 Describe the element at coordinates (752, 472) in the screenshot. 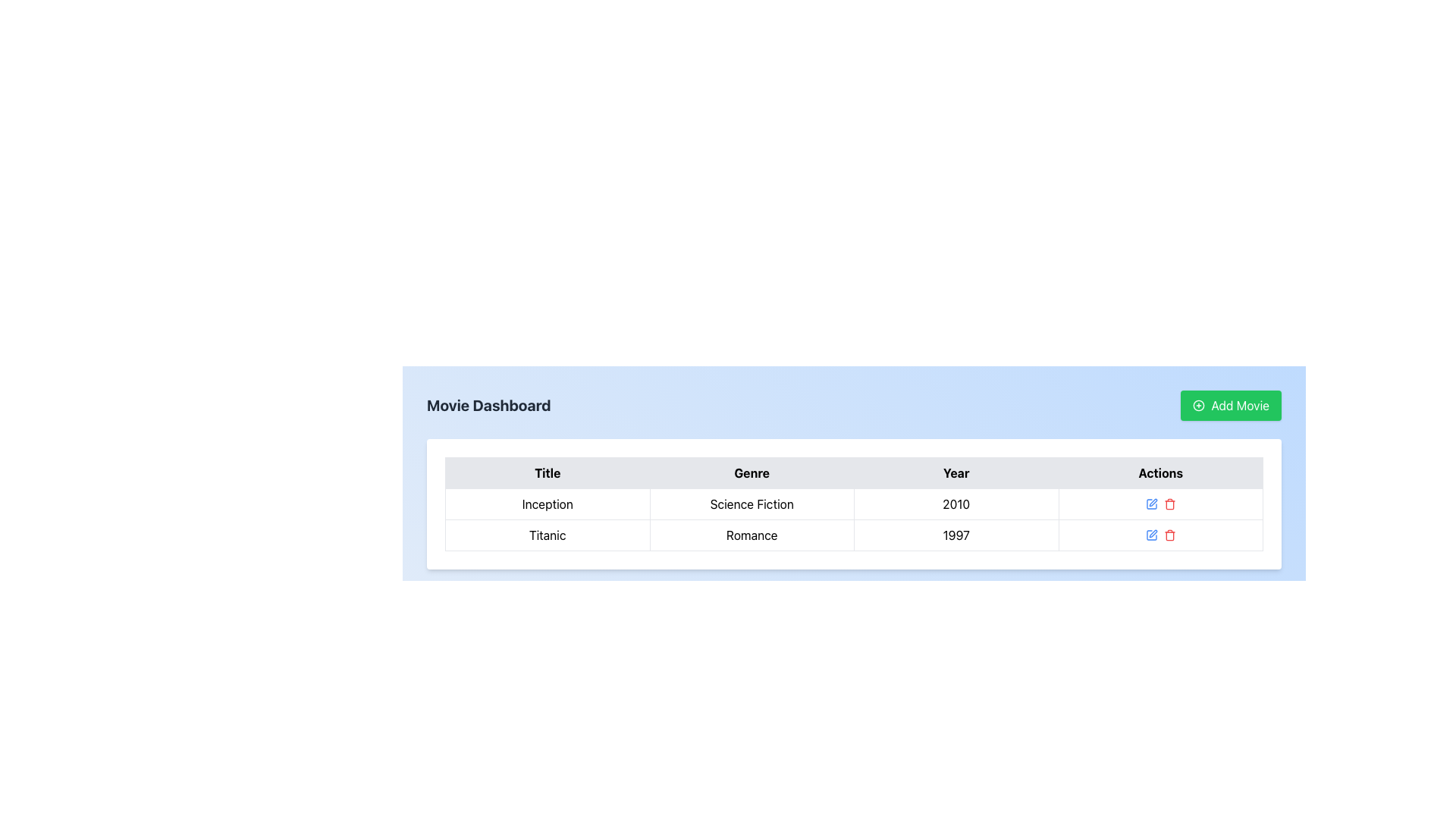

I see `the second column header of the table, which indicates the genre of a movie, located between the 'Title' and 'Year' headers` at that location.